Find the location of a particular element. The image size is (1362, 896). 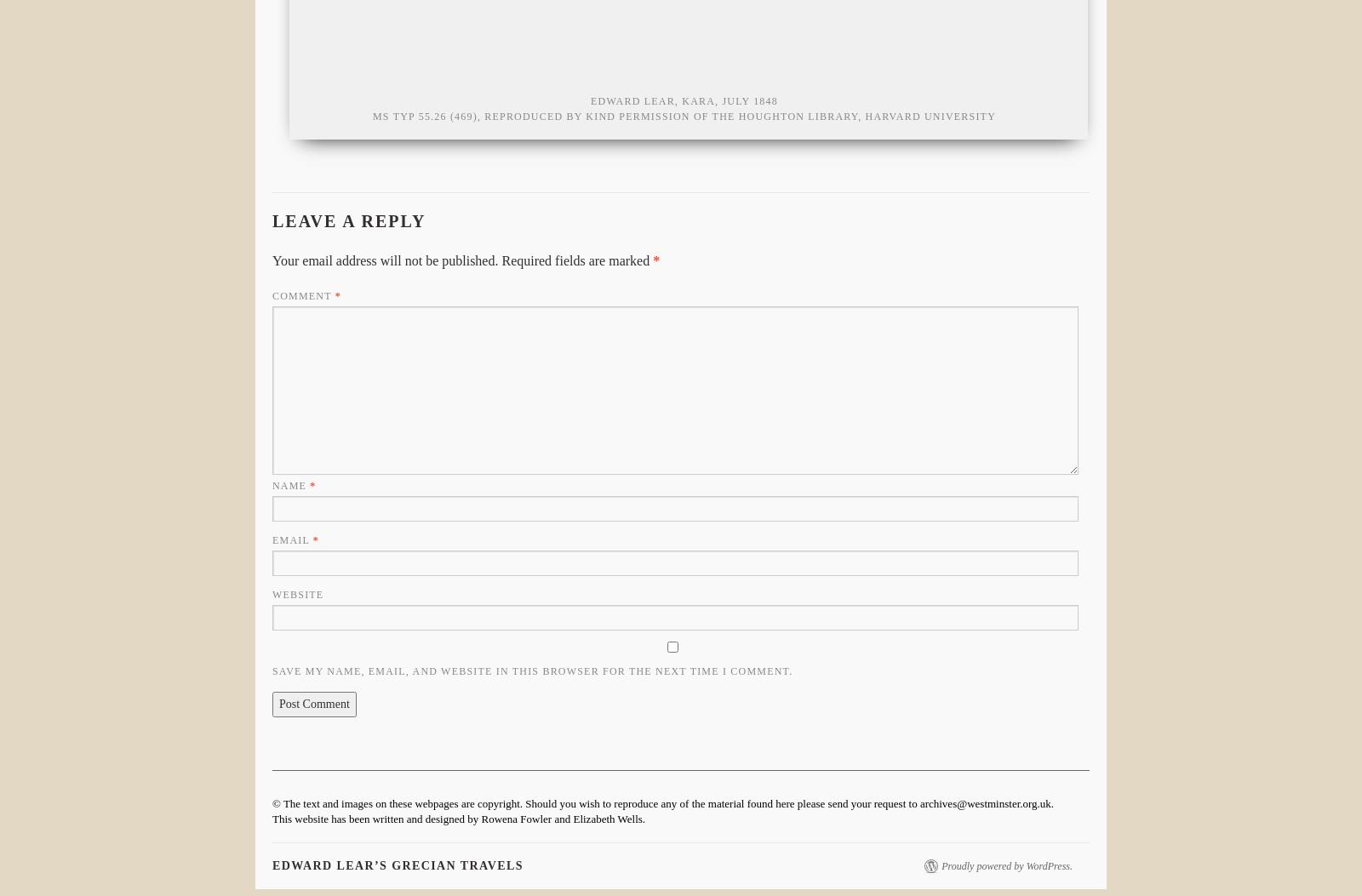

'Website' is located at coordinates (298, 594).